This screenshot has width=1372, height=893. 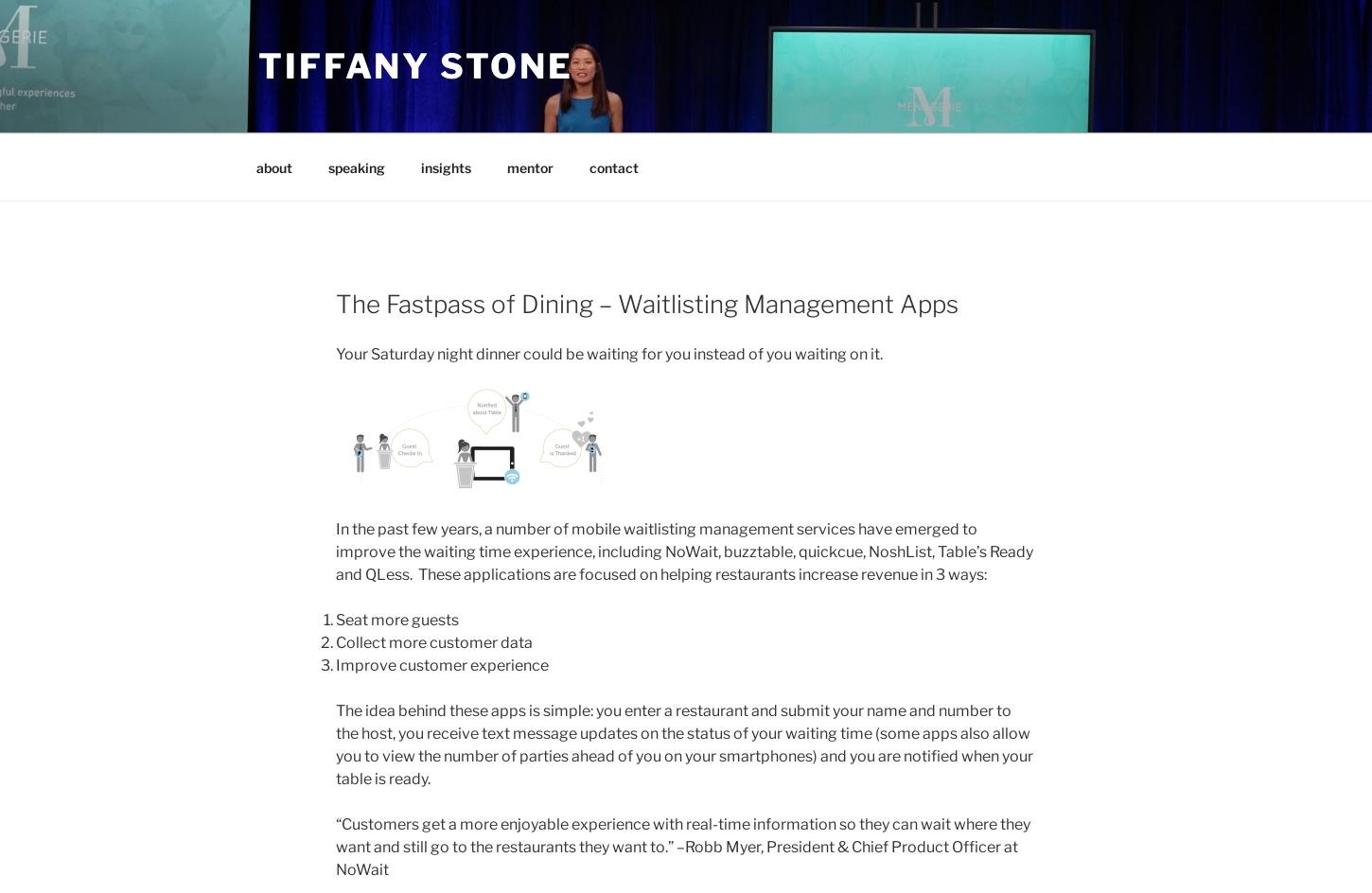 What do you see at coordinates (683, 550) in the screenshot?
I see `'In the past few years, a number of mobile waitlisting management services have emerged to improve the waiting time experience, including NoWait, buzztable, quickcue, NoshList, Table’s Ready and QLess.  These applications are focused on helping restaurants increase revenue in 3 ways:'` at bounding box center [683, 550].